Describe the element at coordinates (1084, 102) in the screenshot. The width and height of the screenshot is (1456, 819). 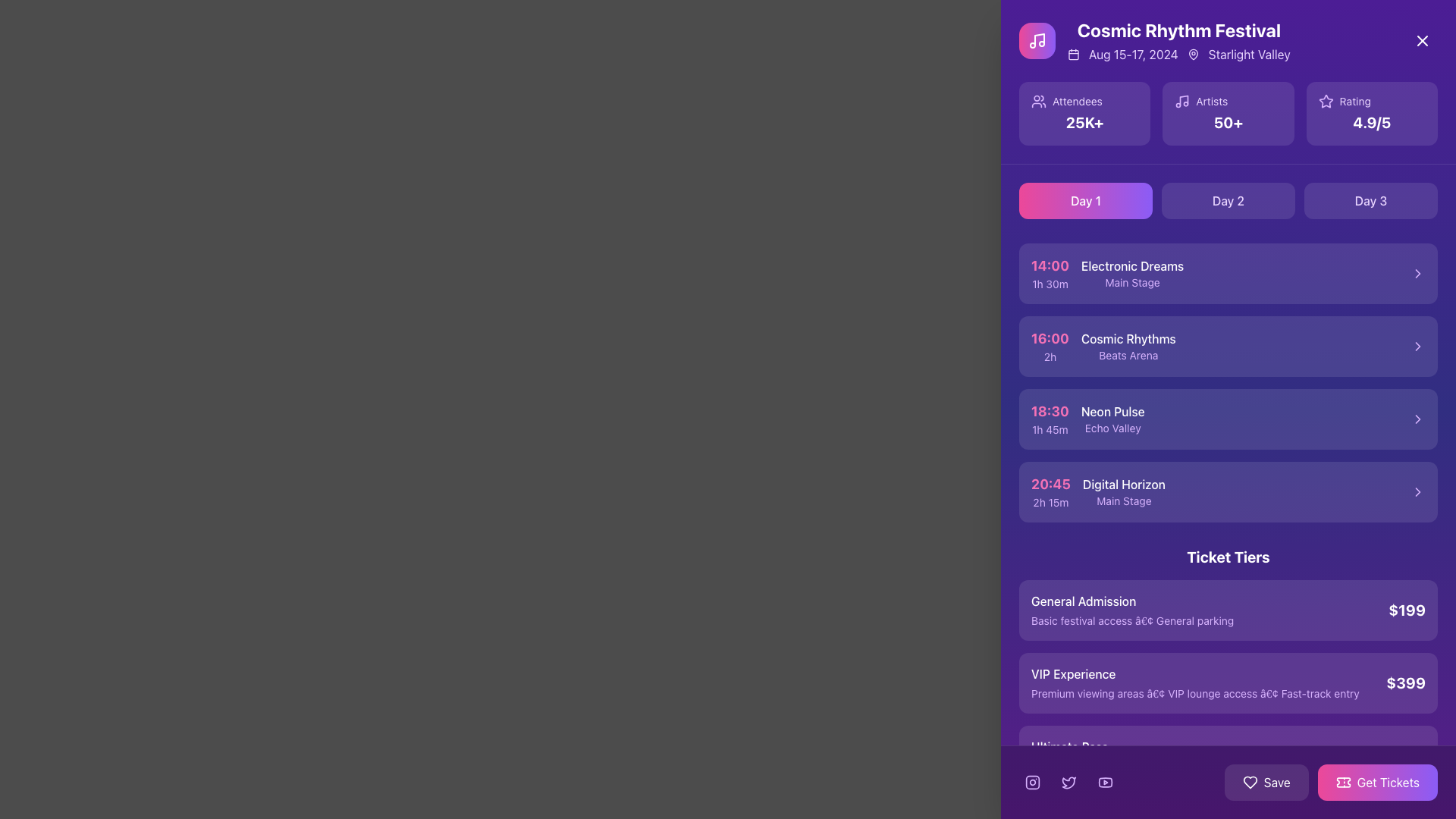
I see `the text label 'Attendees' styled in a small purple font, which is positioned to the right of a group of people icon and above the text '25K+'` at that location.